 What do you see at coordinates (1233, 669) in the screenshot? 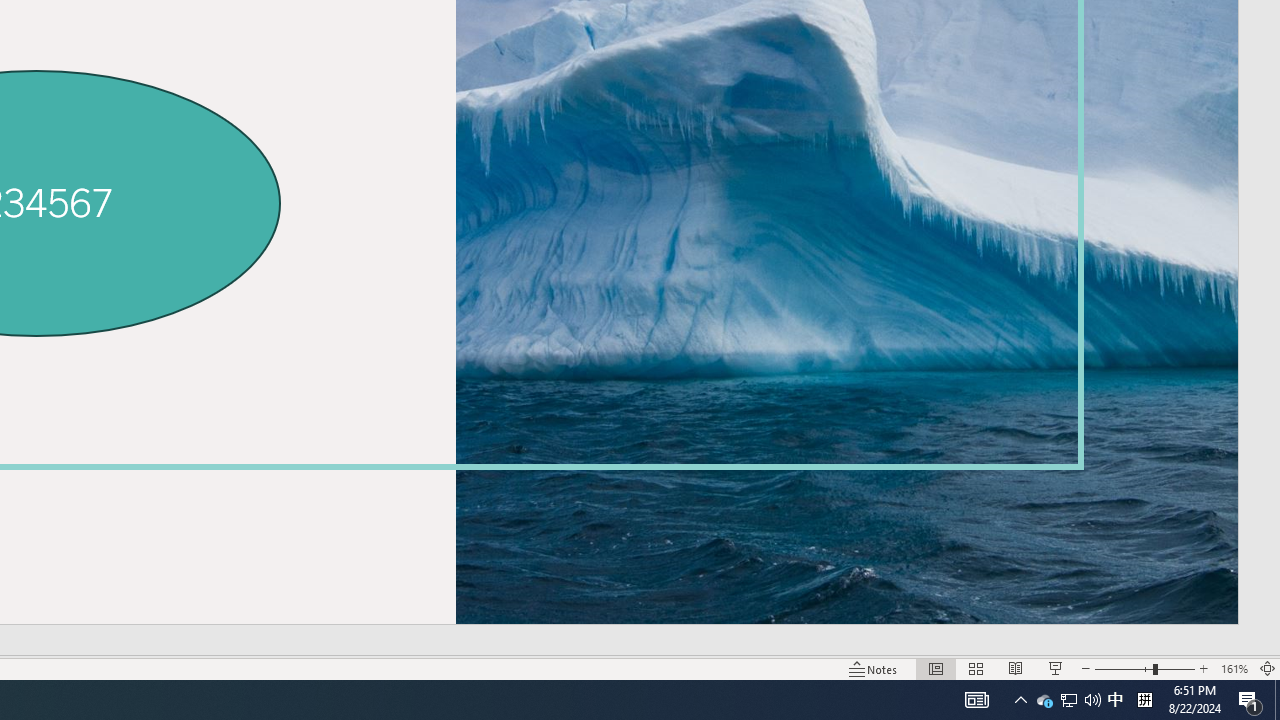
I see `'Zoom 161%'` at bounding box center [1233, 669].